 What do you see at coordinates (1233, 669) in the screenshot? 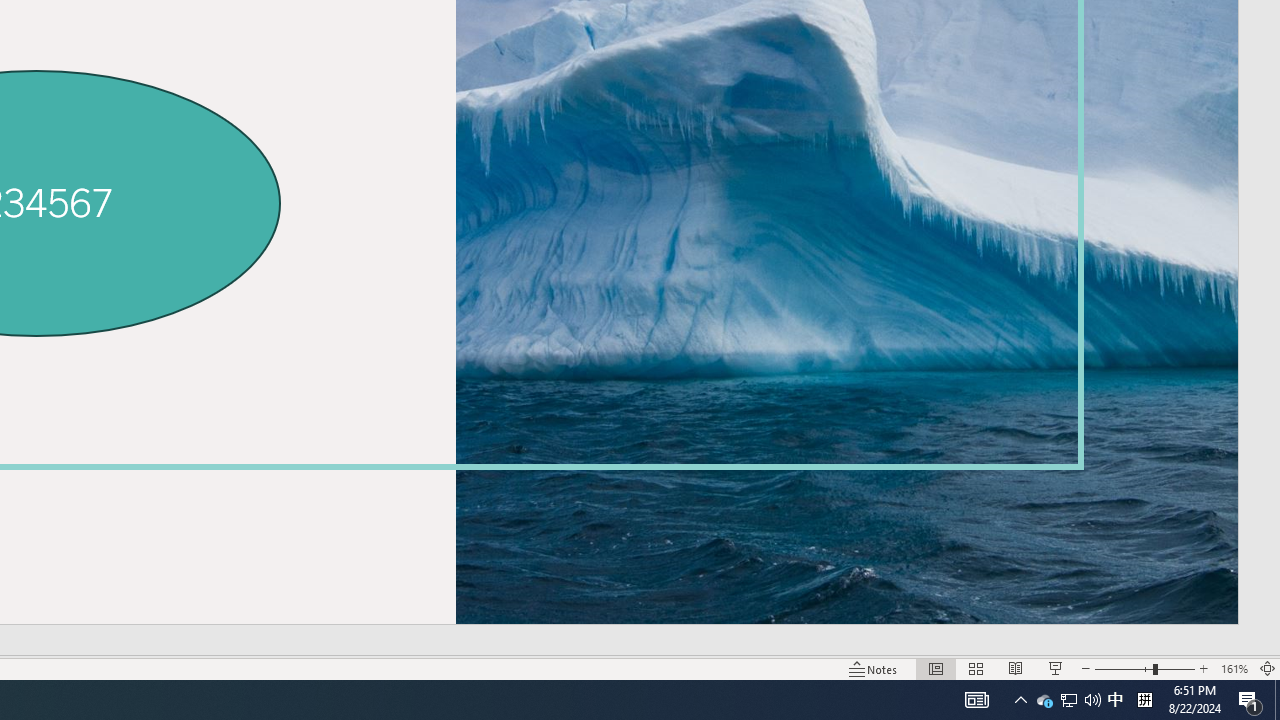
I see `'Zoom 161%'` at bounding box center [1233, 669].